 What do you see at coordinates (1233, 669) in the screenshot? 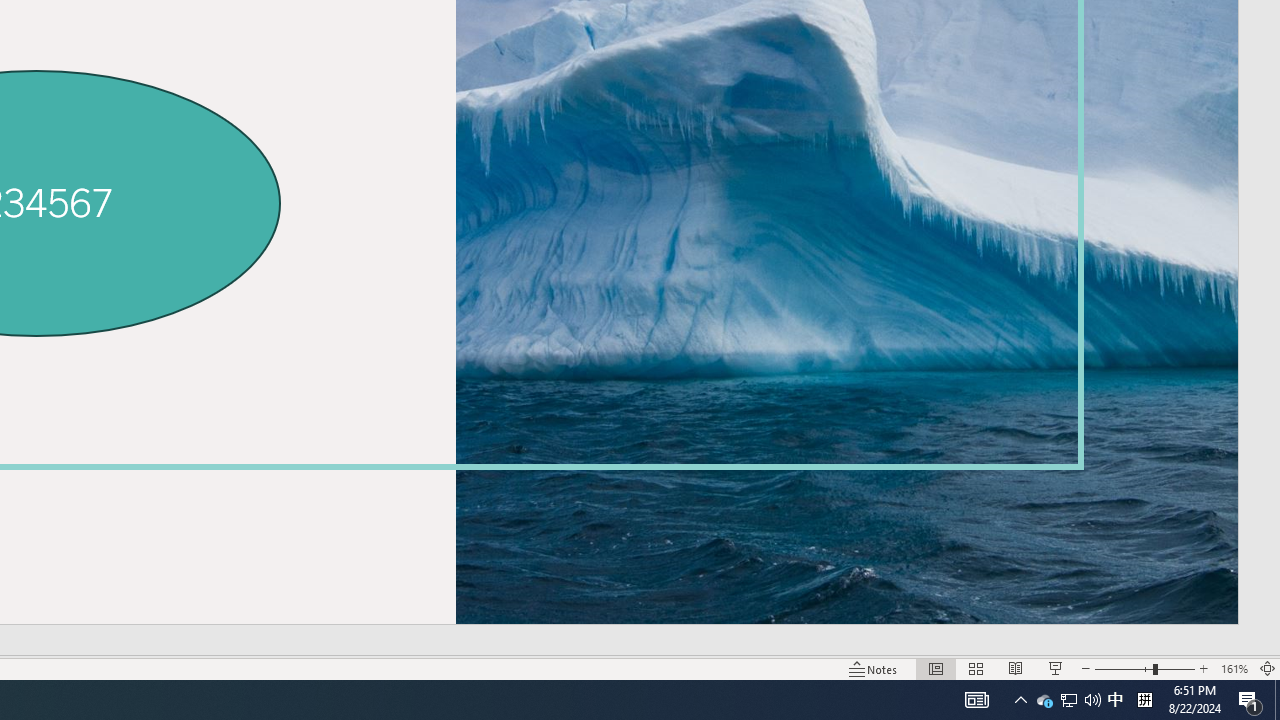
I see `'Zoom 161%'` at bounding box center [1233, 669].